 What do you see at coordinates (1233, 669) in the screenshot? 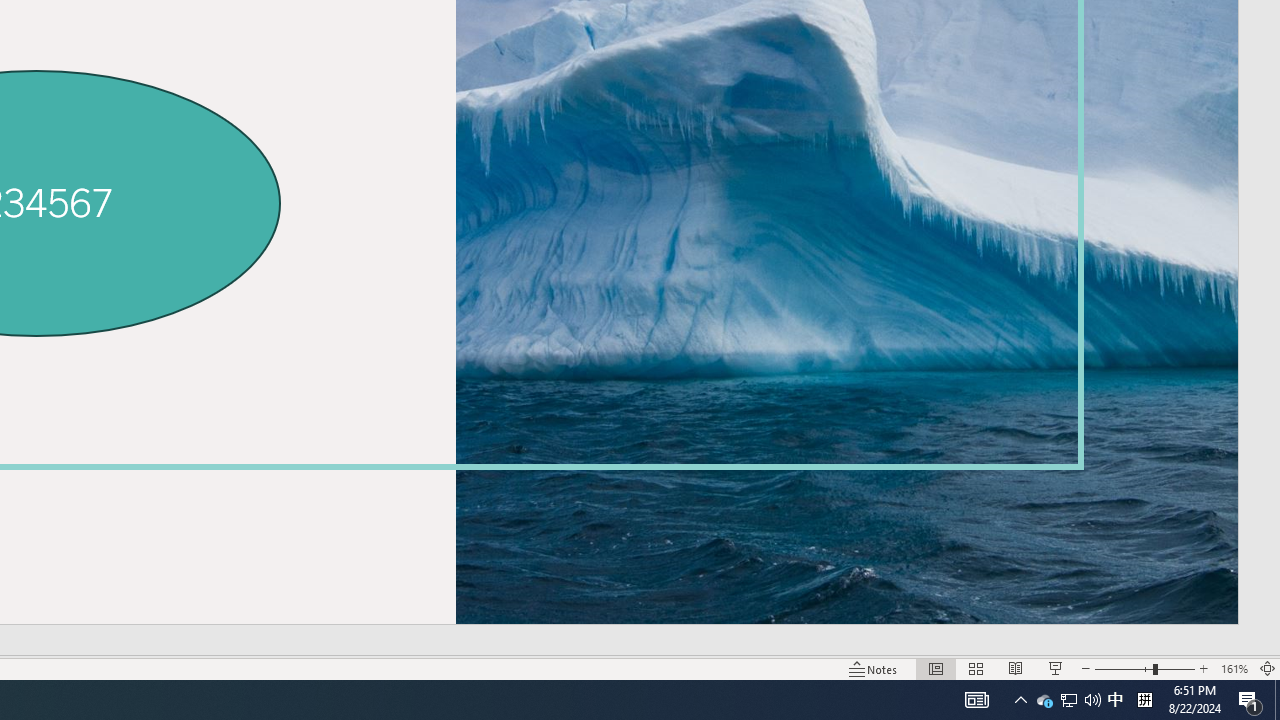
I see `'Zoom 161%'` at bounding box center [1233, 669].